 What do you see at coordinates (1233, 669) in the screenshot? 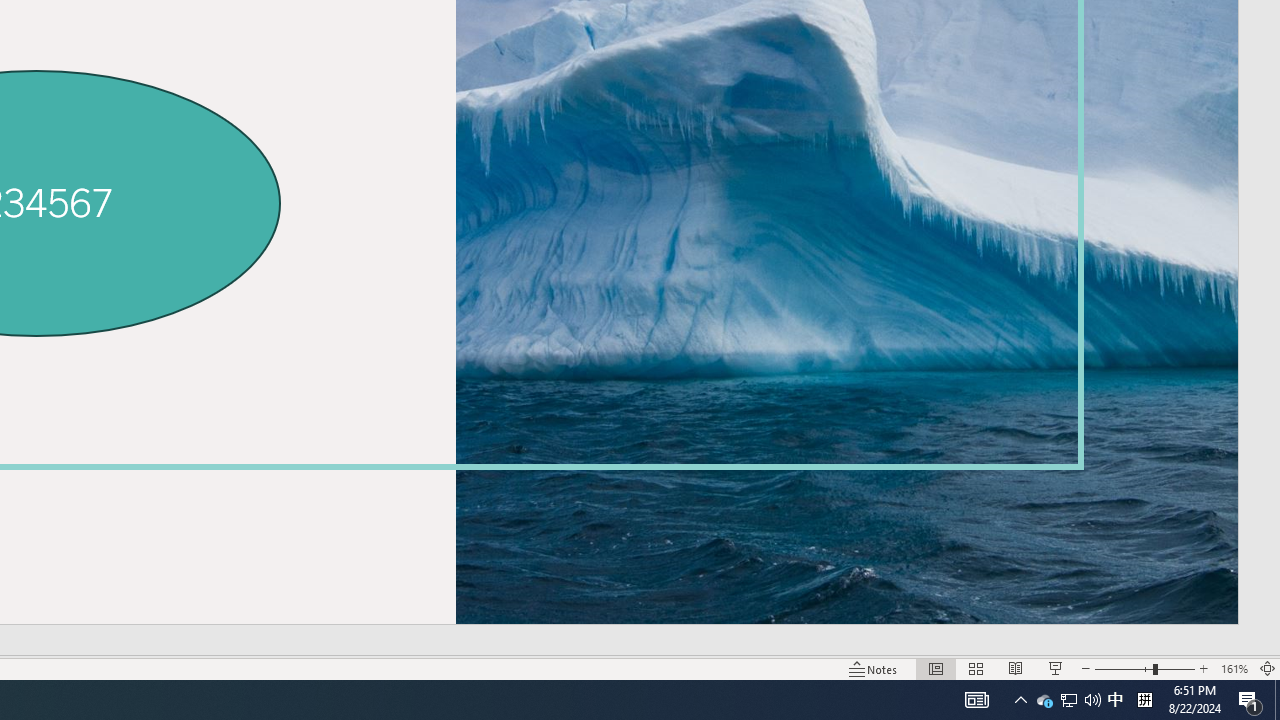
I see `'Zoom 161%'` at bounding box center [1233, 669].